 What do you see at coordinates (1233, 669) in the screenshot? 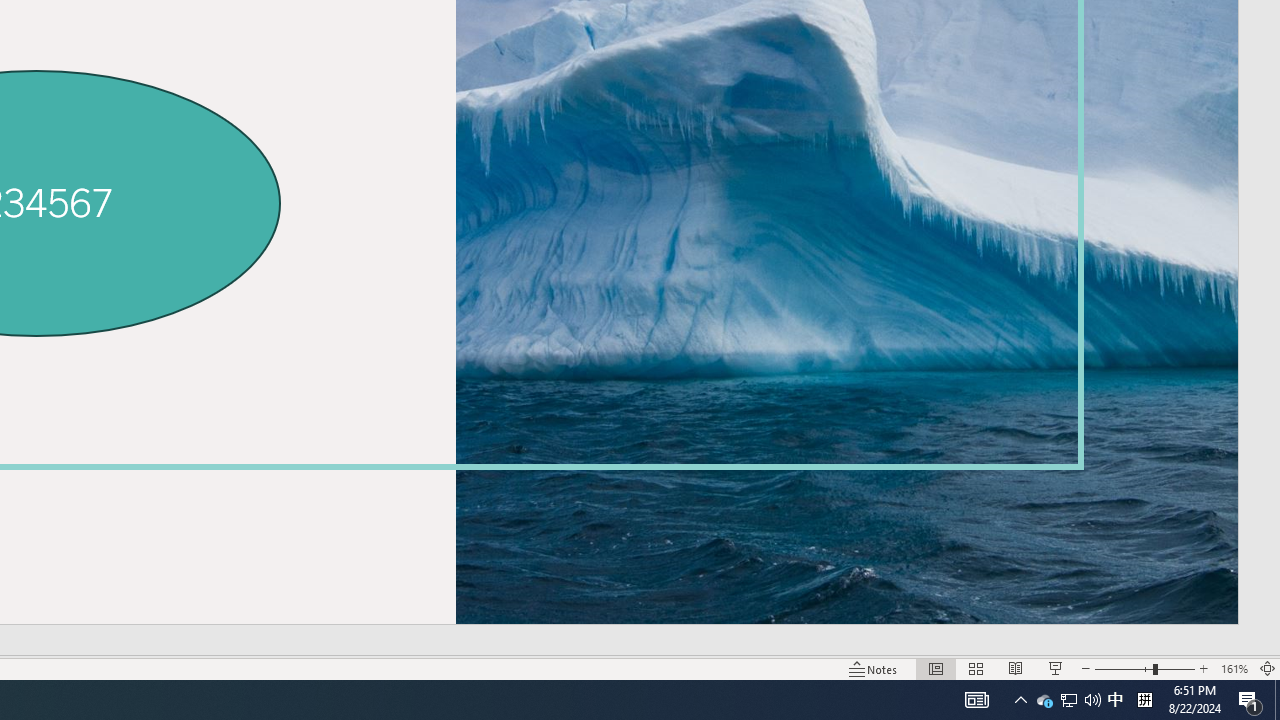
I see `'Zoom 161%'` at bounding box center [1233, 669].